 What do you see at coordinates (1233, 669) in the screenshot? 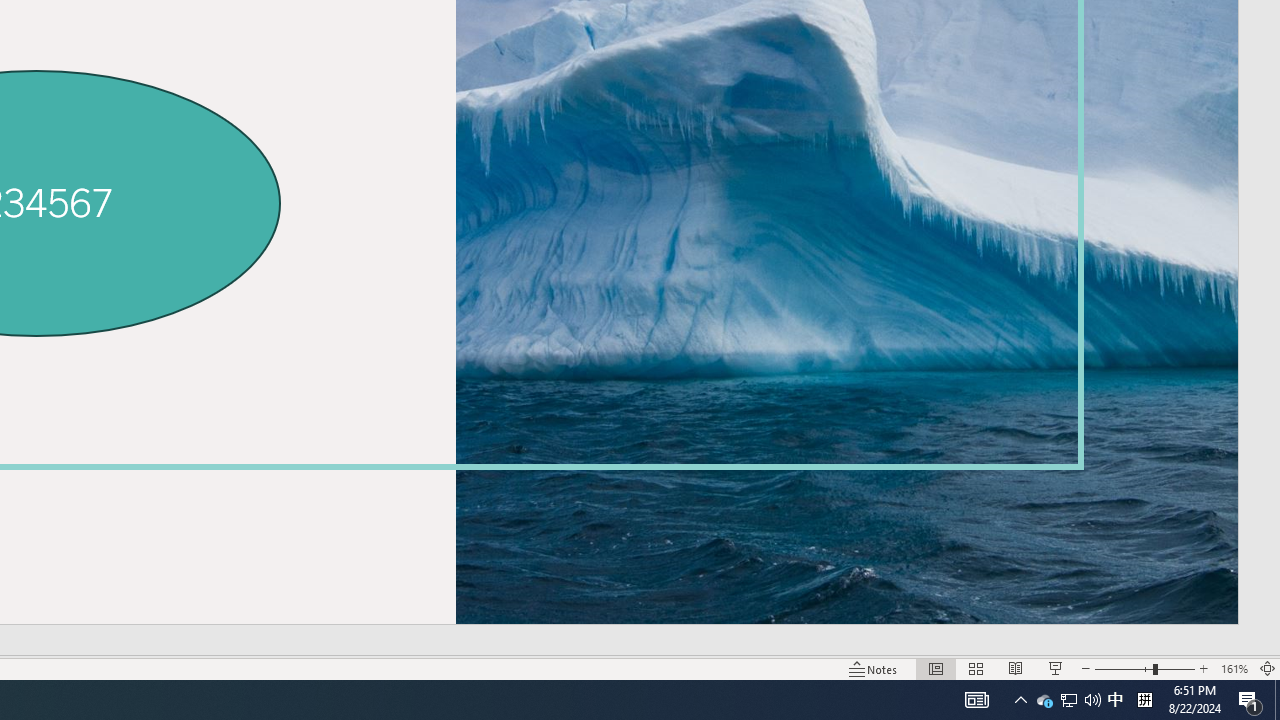
I see `'Zoom 161%'` at bounding box center [1233, 669].